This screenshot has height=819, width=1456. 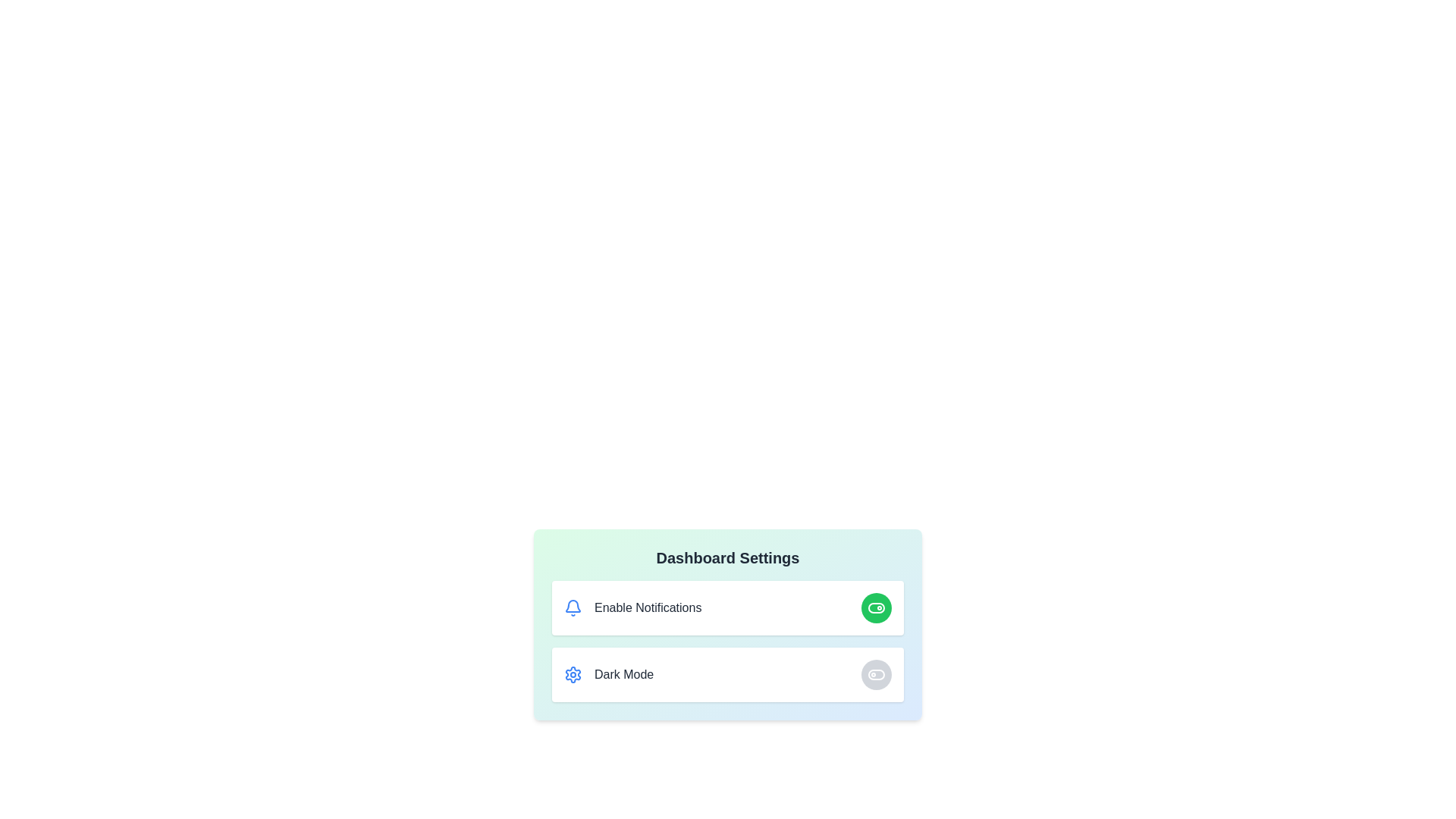 I want to click on the background shape of the toggle switch for the 'Dark Mode' setting in the 'Dashboard Settings' card, which visually distinguishes the inactive state, so click(x=877, y=674).